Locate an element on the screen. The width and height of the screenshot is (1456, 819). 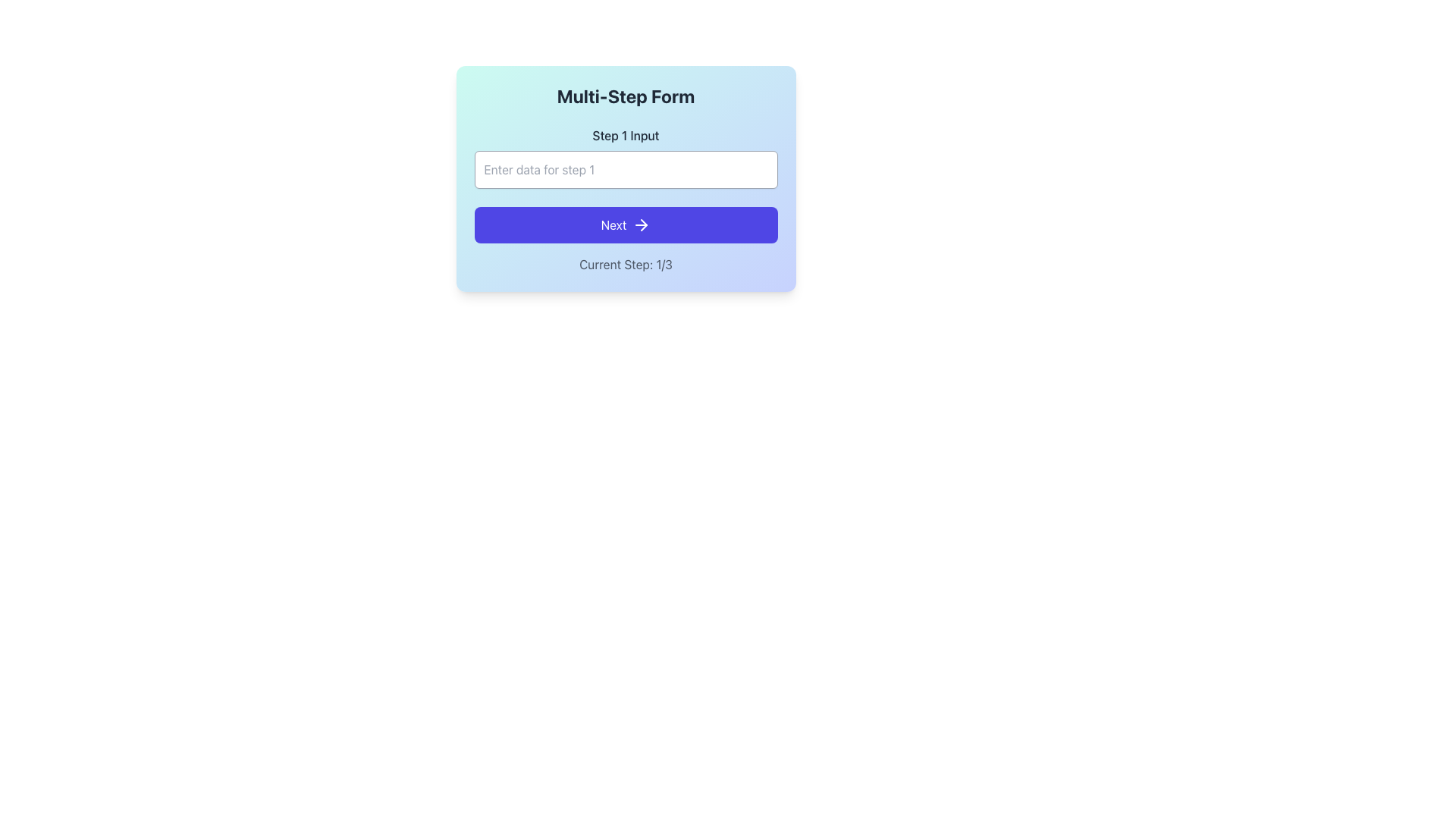
the text label displaying 'Step 1 Input', which is styled in gray with medium font weight and positioned above the input field in the step-based form interface is located at coordinates (626, 134).